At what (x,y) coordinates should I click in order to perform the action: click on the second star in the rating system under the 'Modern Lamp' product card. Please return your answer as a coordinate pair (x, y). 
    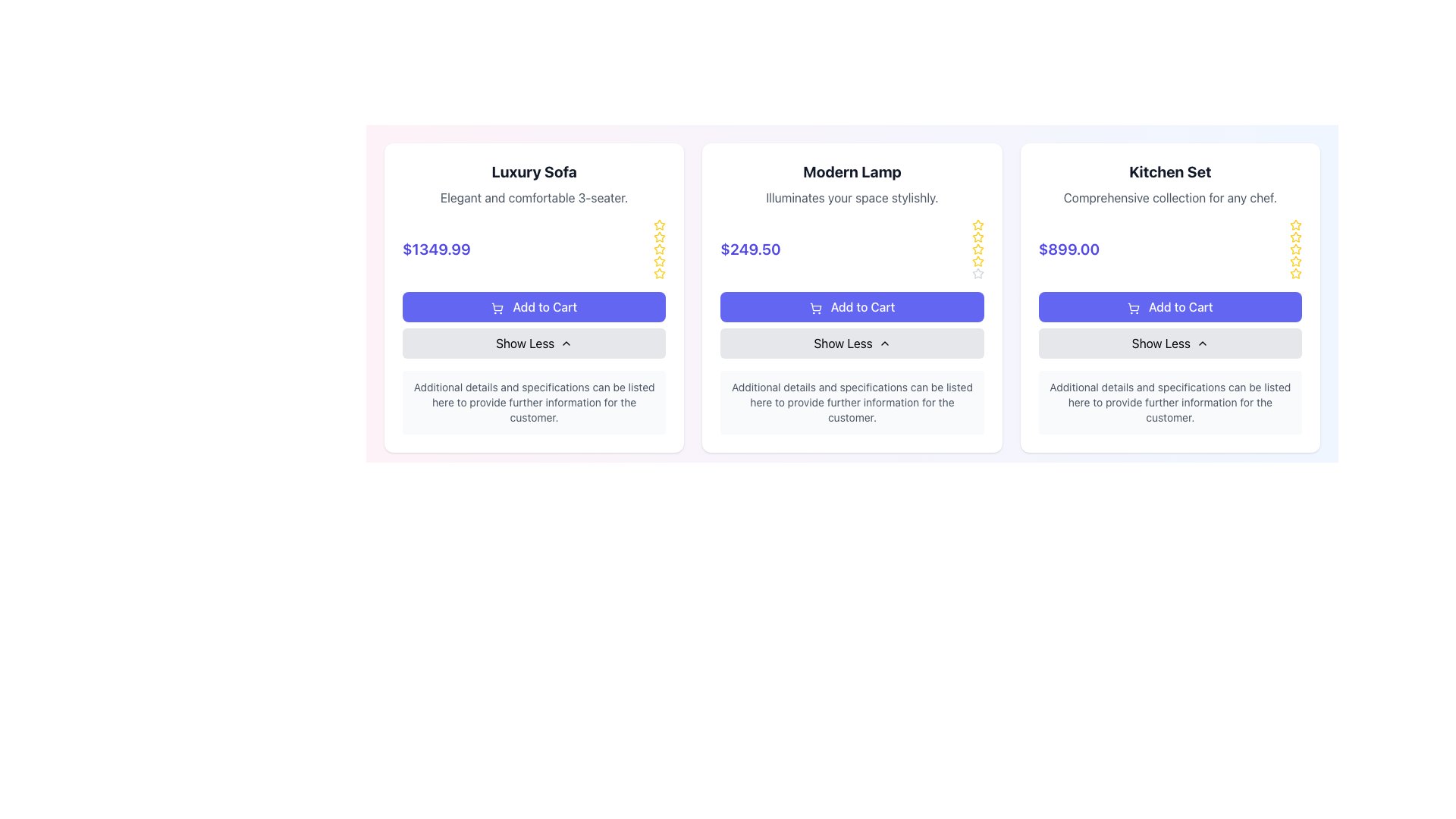
    Looking at the image, I should click on (977, 247).